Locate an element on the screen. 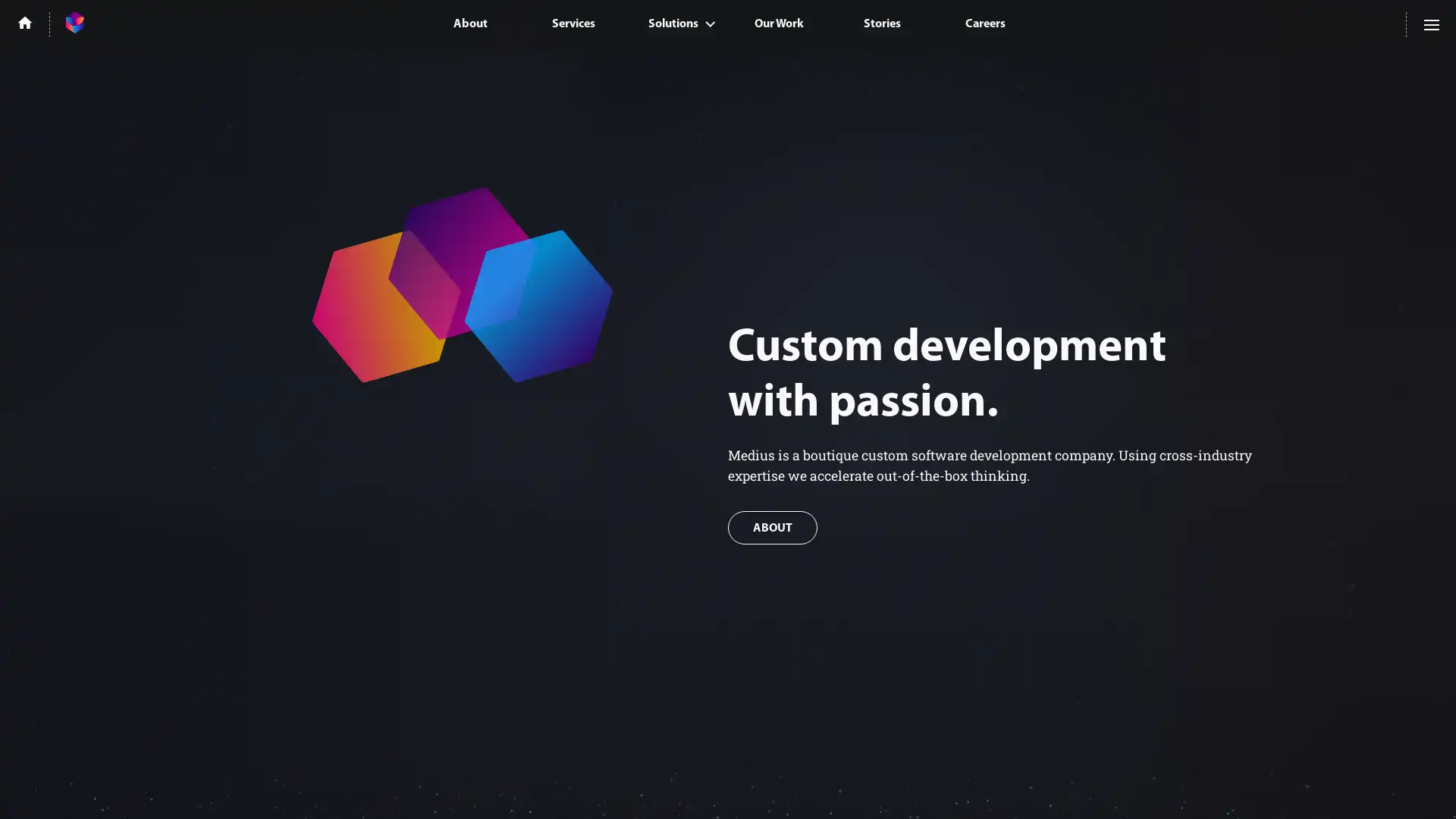 Image resolution: width=1456 pixels, height=819 pixels. ACCEPT COOKIES is located at coordinates (1245, 786).